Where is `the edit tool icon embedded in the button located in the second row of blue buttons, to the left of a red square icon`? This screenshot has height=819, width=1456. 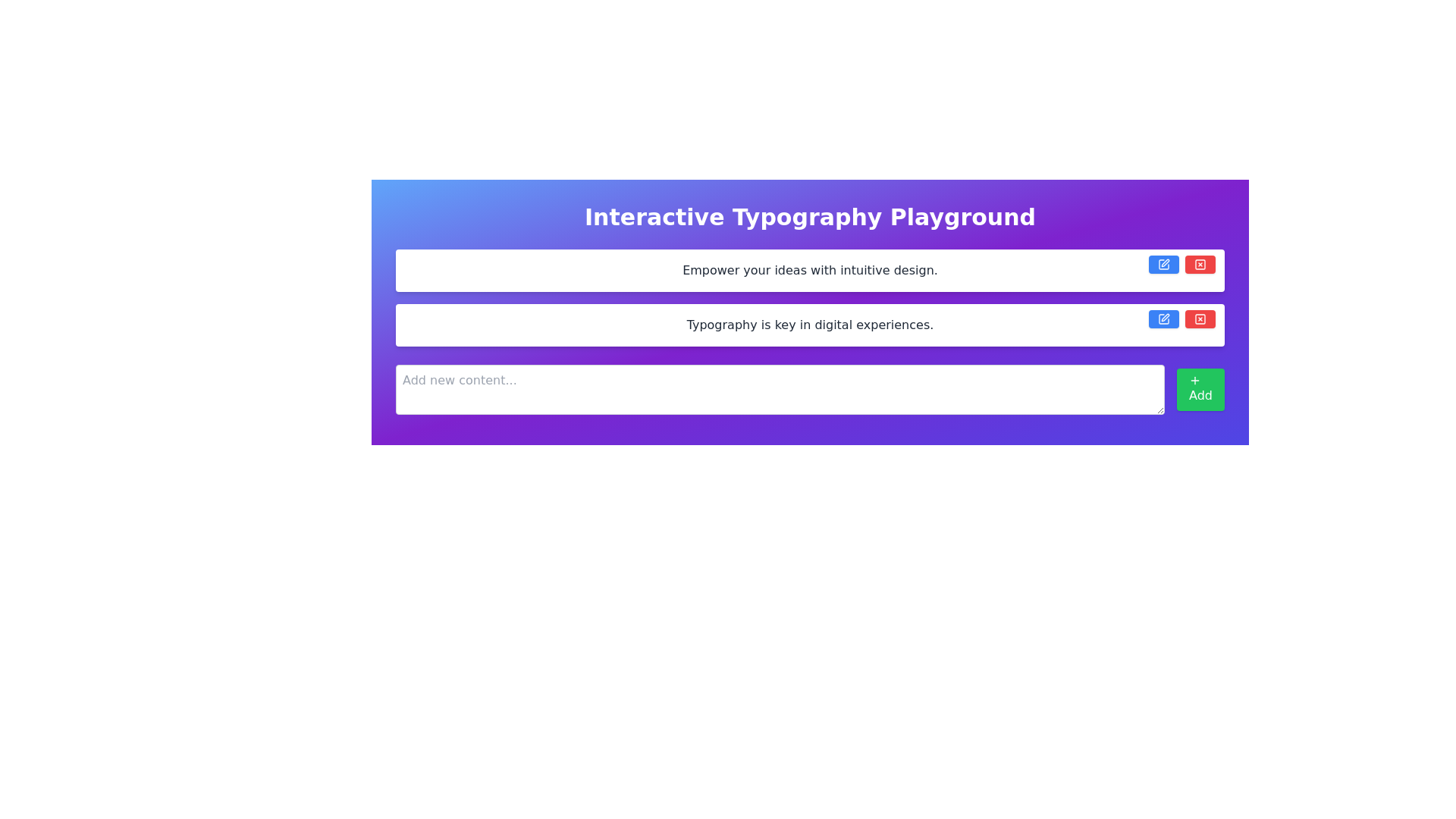 the edit tool icon embedded in the button located in the second row of blue buttons, to the left of a red square icon is located at coordinates (1163, 318).